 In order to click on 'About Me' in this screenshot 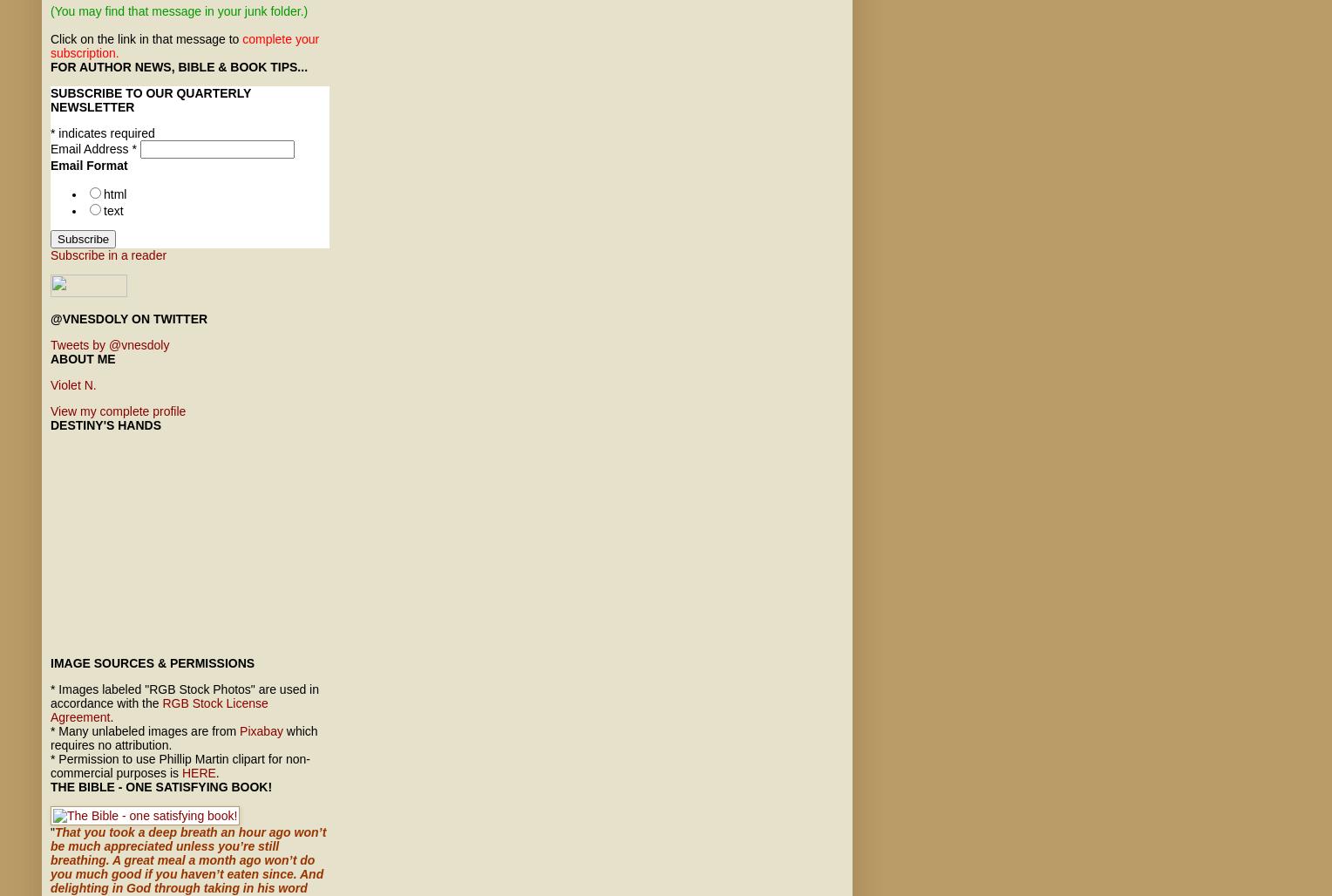, I will do `click(82, 359)`.